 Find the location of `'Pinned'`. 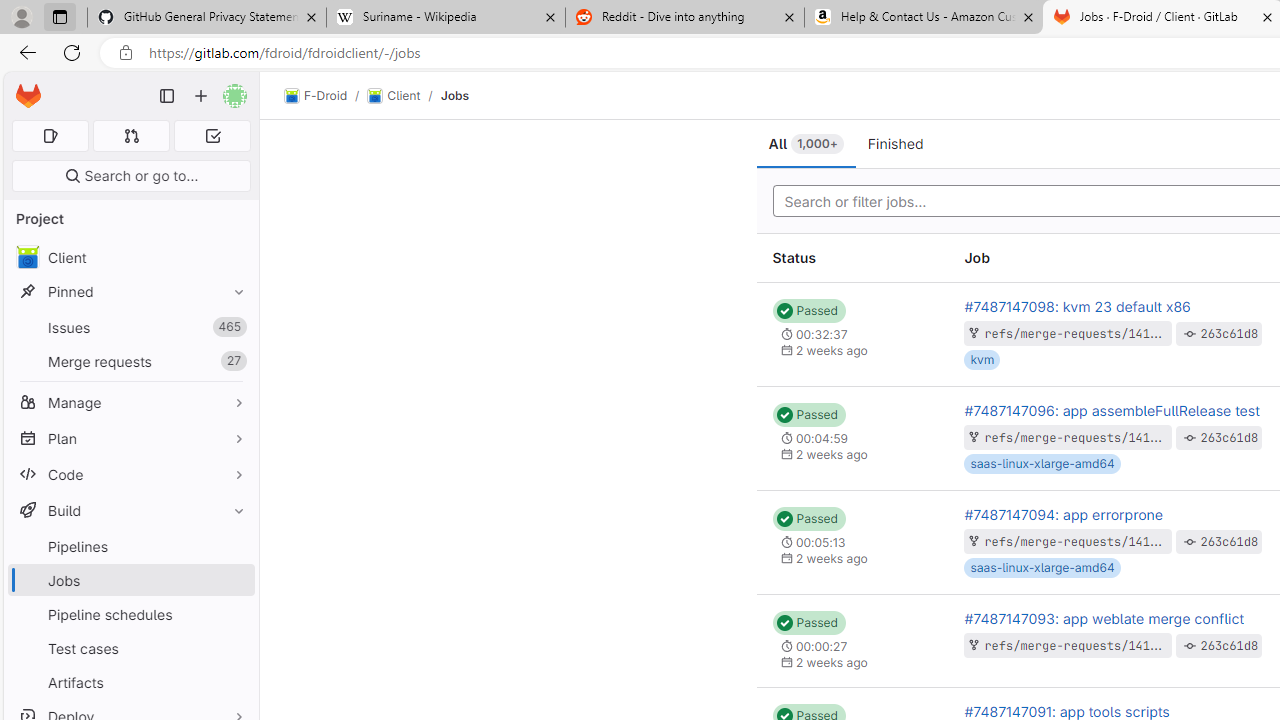

'Pinned' is located at coordinates (130, 291).